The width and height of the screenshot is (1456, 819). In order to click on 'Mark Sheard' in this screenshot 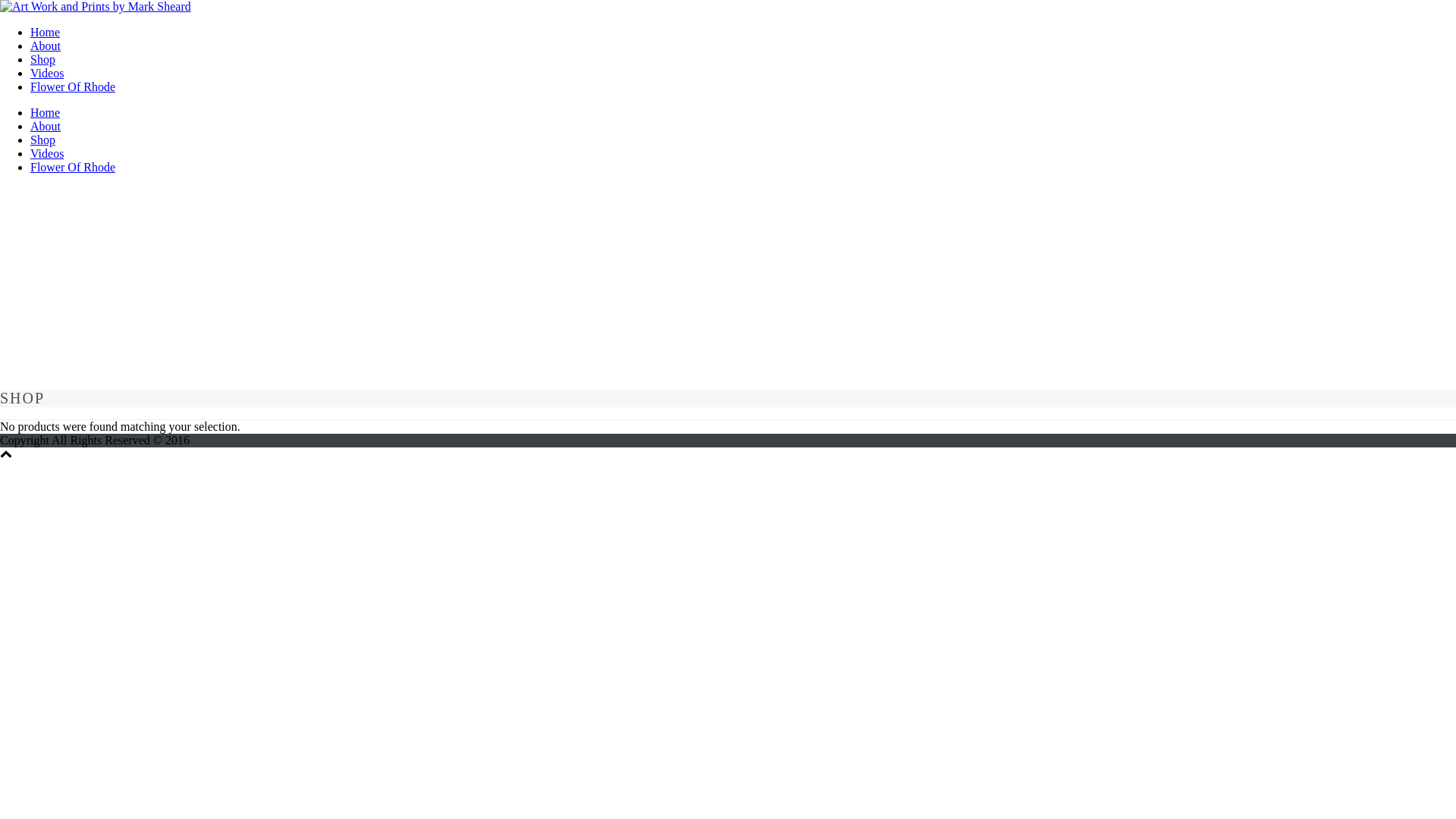, I will do `click(0, 6)`.